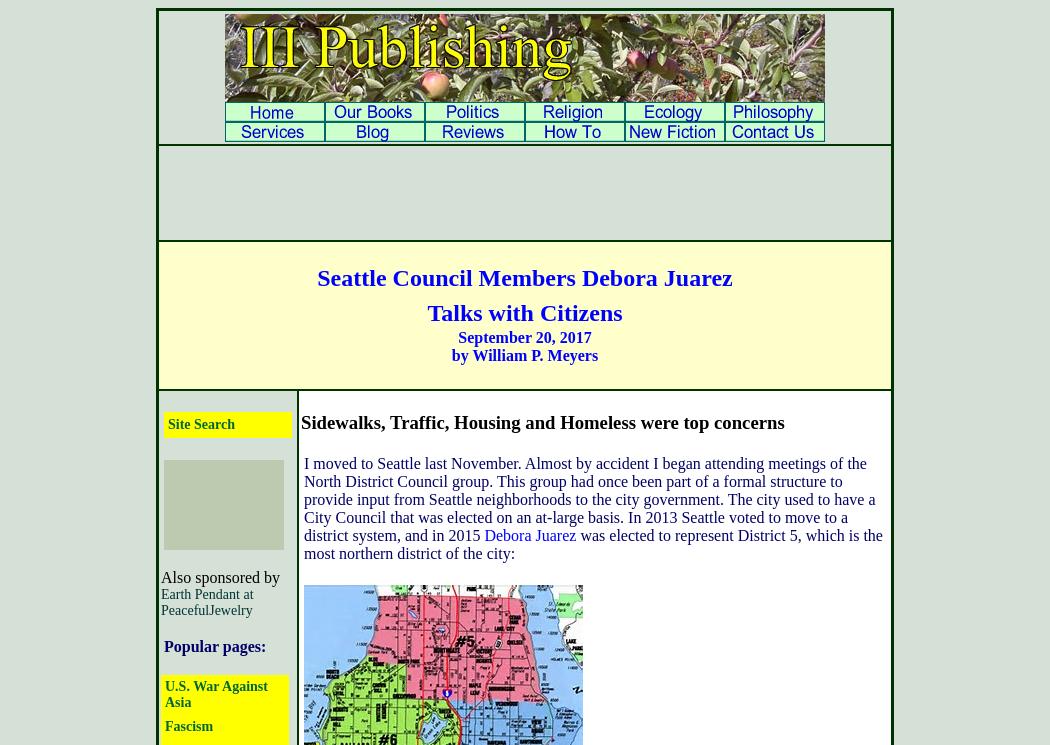  What do you see at coordinates (214, 693) in the screenshot?
I see `'U.S. War Against Asia'` at bounding box center [214, 693].